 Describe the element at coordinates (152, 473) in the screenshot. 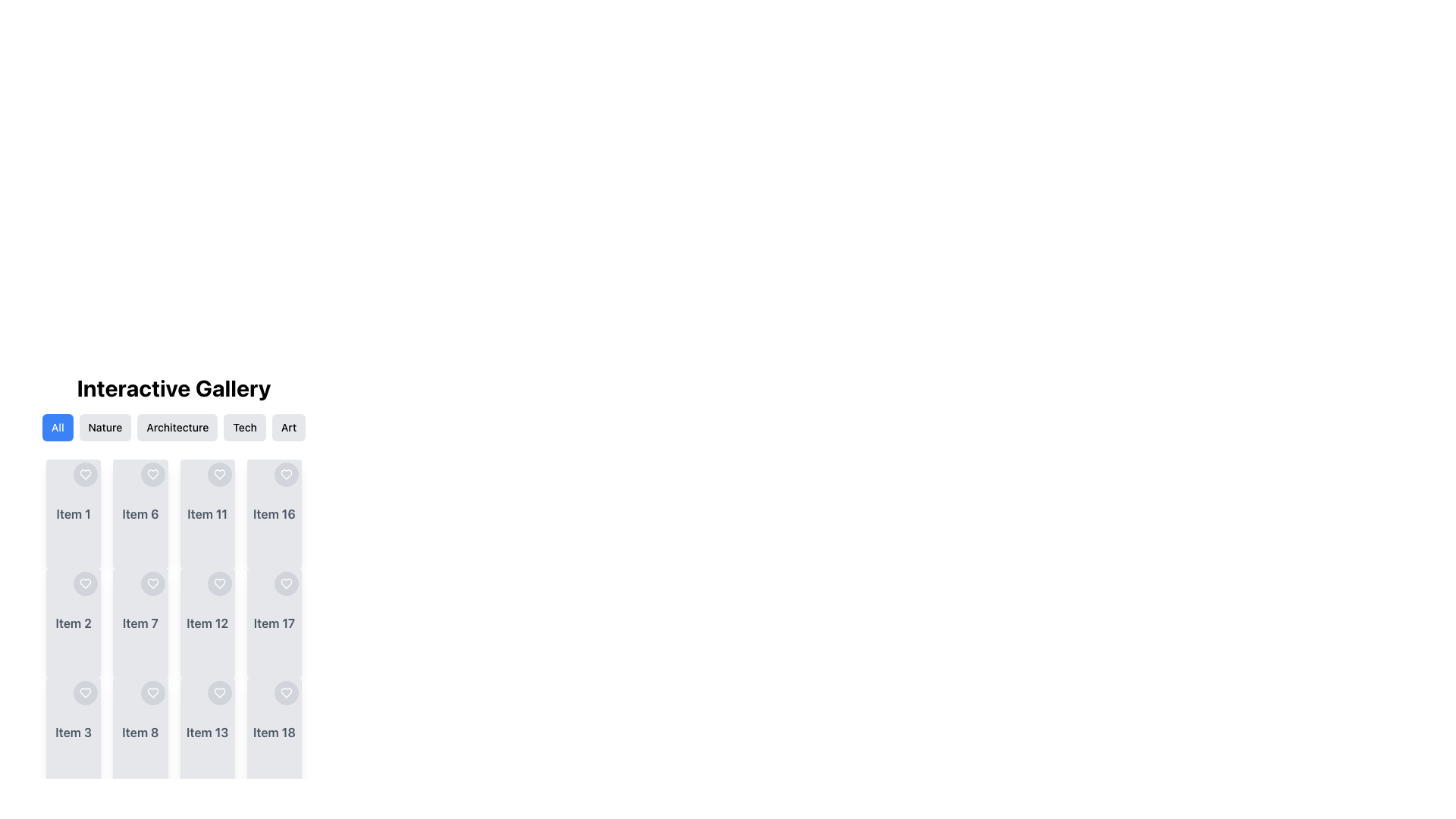

I see `the heart icon button located at the top-right corner of the card labeled 'Item 6'` at that location.